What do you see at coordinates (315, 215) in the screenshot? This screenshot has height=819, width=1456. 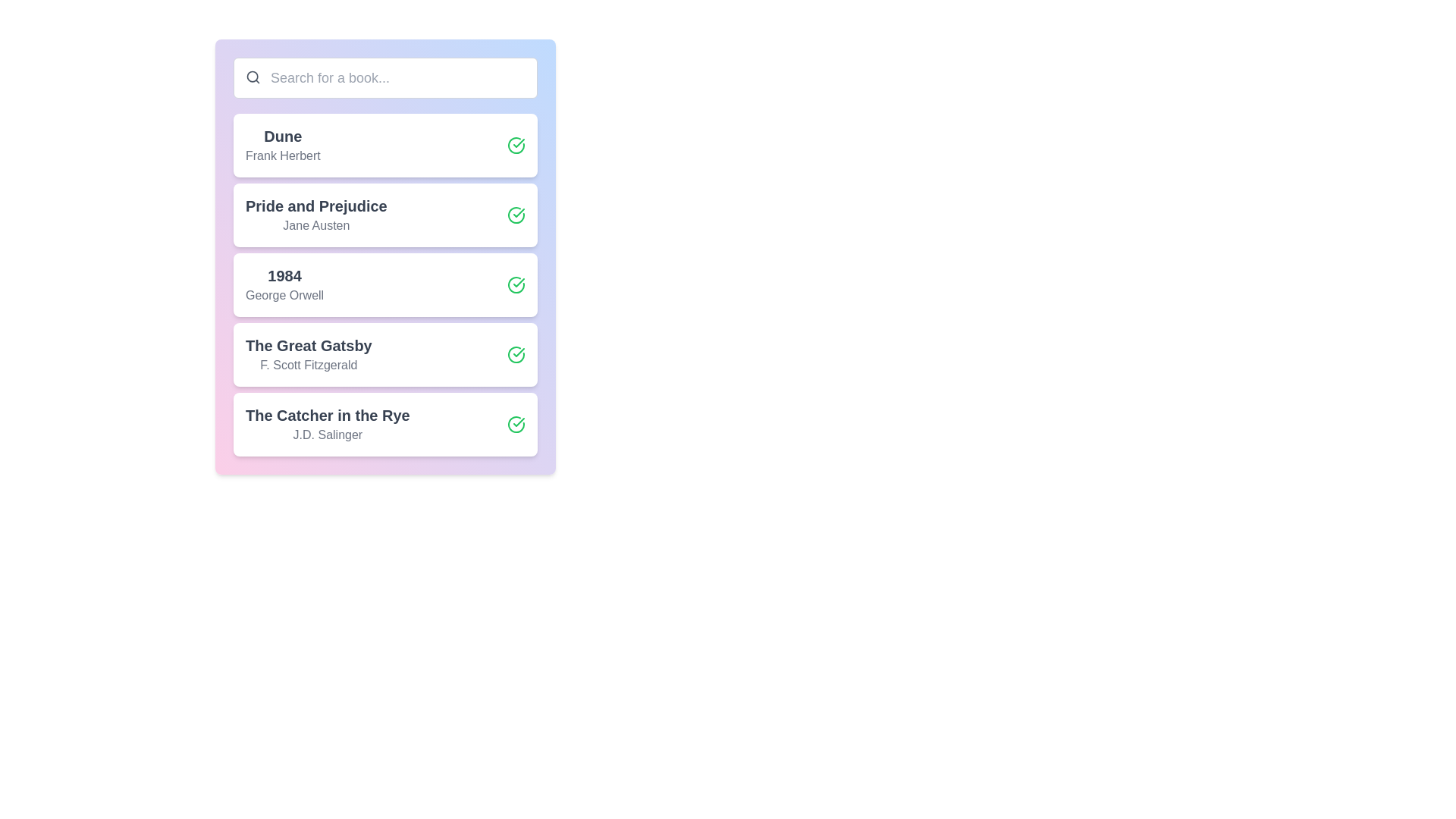 I see `the text label representing the book entry that follows 'Dune' and precedes '1984'` at bounding box center [315, 215].